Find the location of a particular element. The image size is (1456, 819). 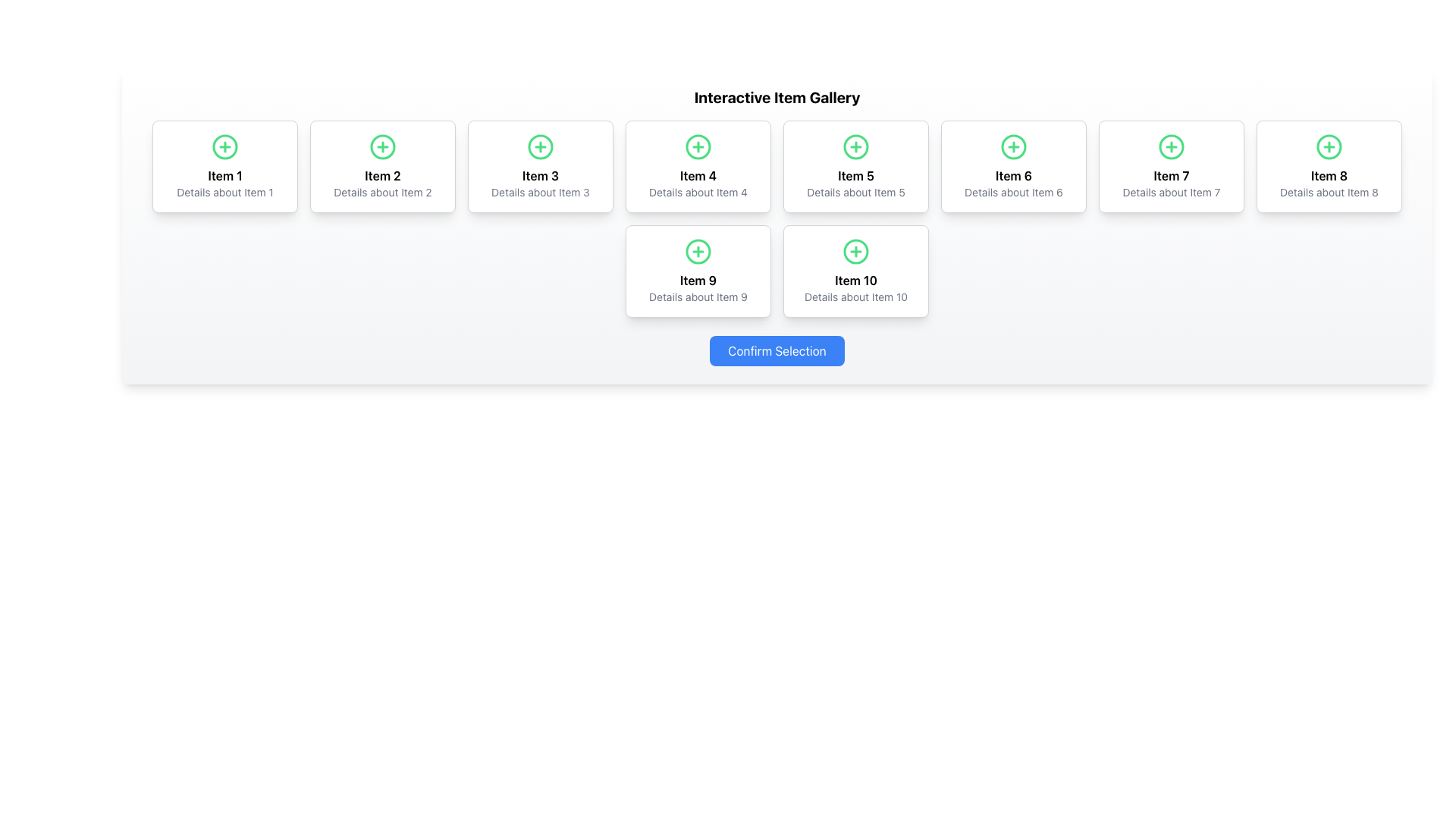

the green circular '+' icon centered above the text 'Item 5' is located at coordinates (855, 146).